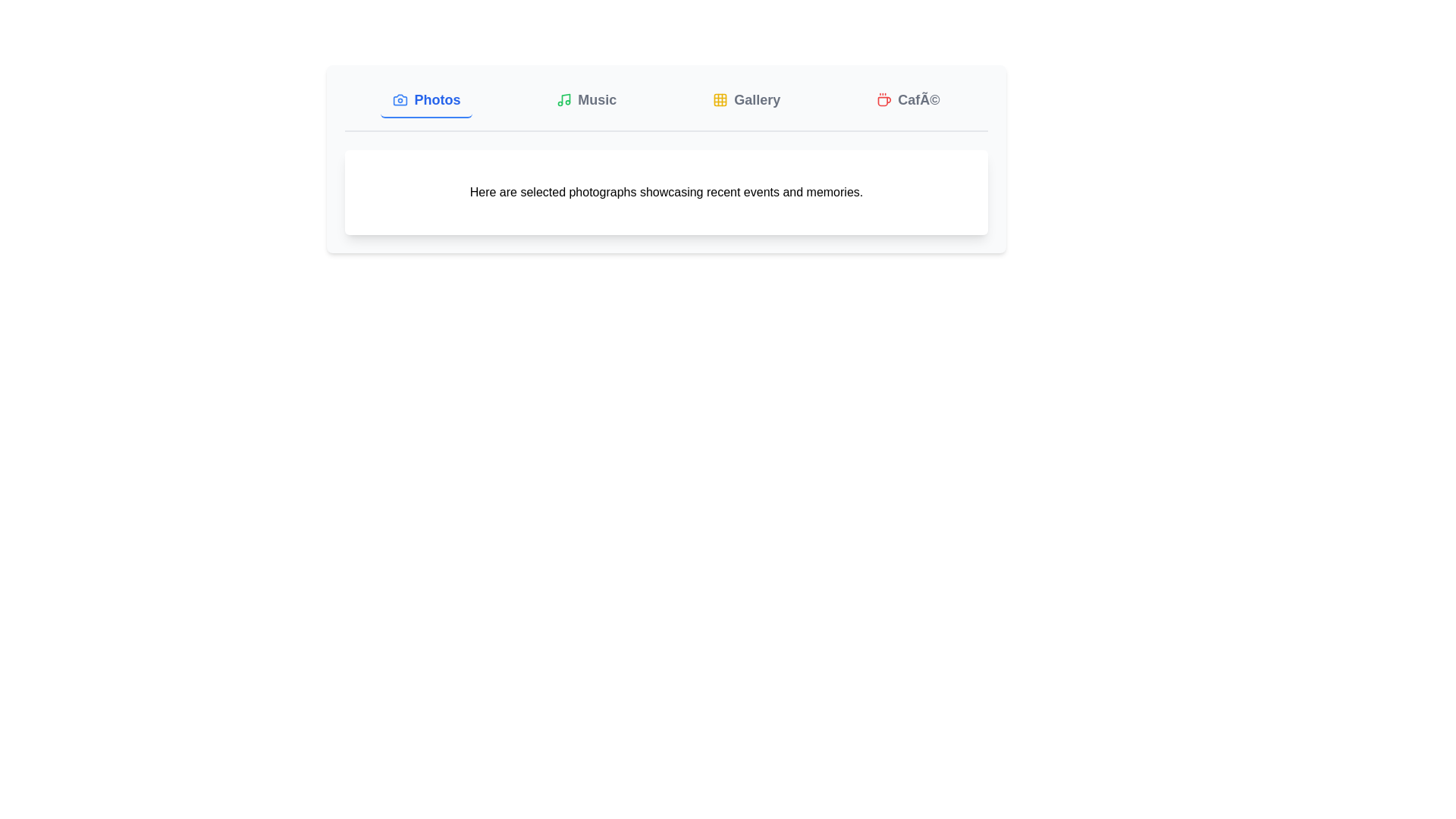 The width and height of the screenshot is (1456, 819). What do you see at coordinates (666, 107) in the screenshot?
I see `the Navigation bar at the center point` at bounding box center [666, 107].